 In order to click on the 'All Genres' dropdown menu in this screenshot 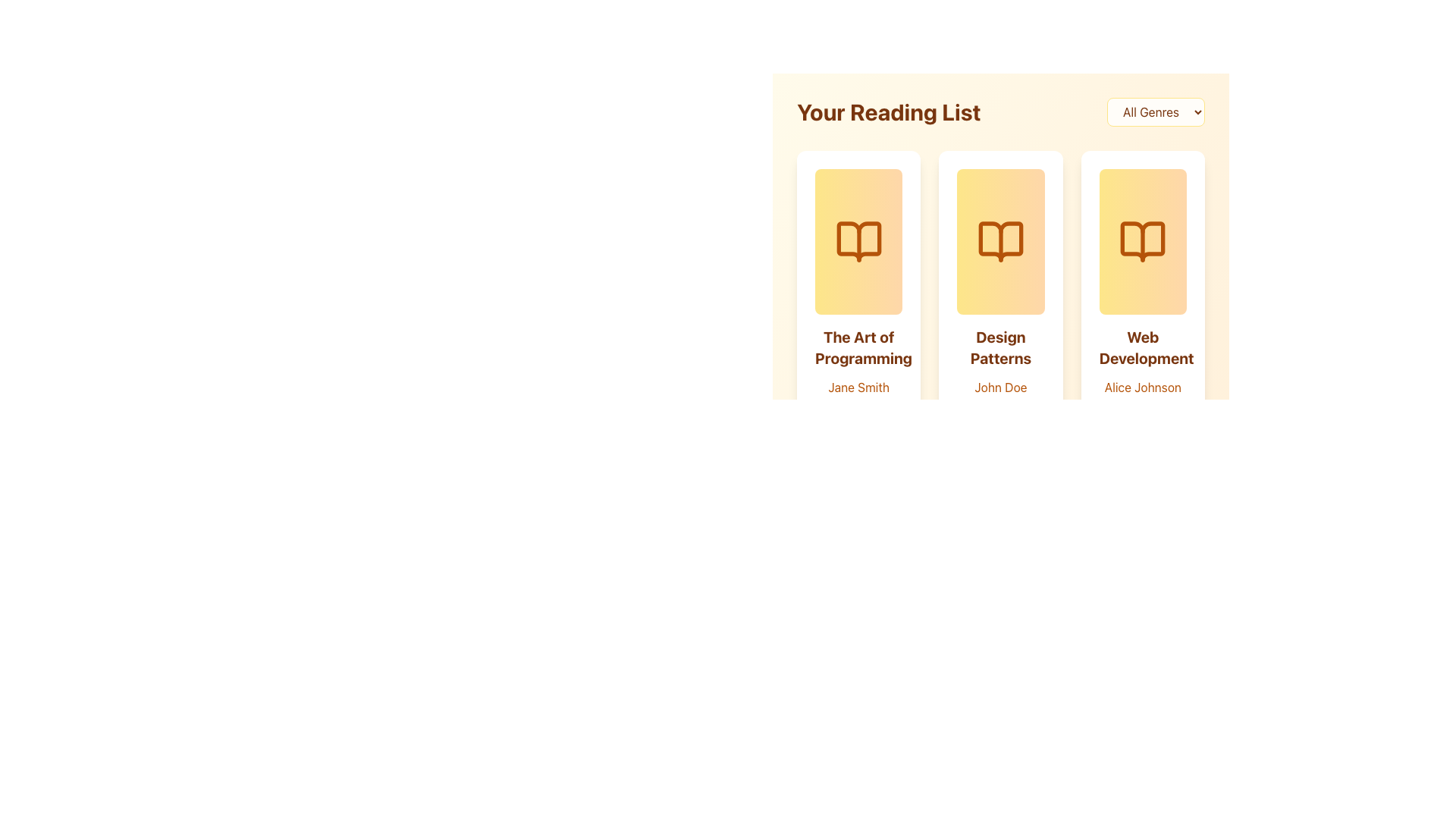, I will do `click(1155, 111)`.